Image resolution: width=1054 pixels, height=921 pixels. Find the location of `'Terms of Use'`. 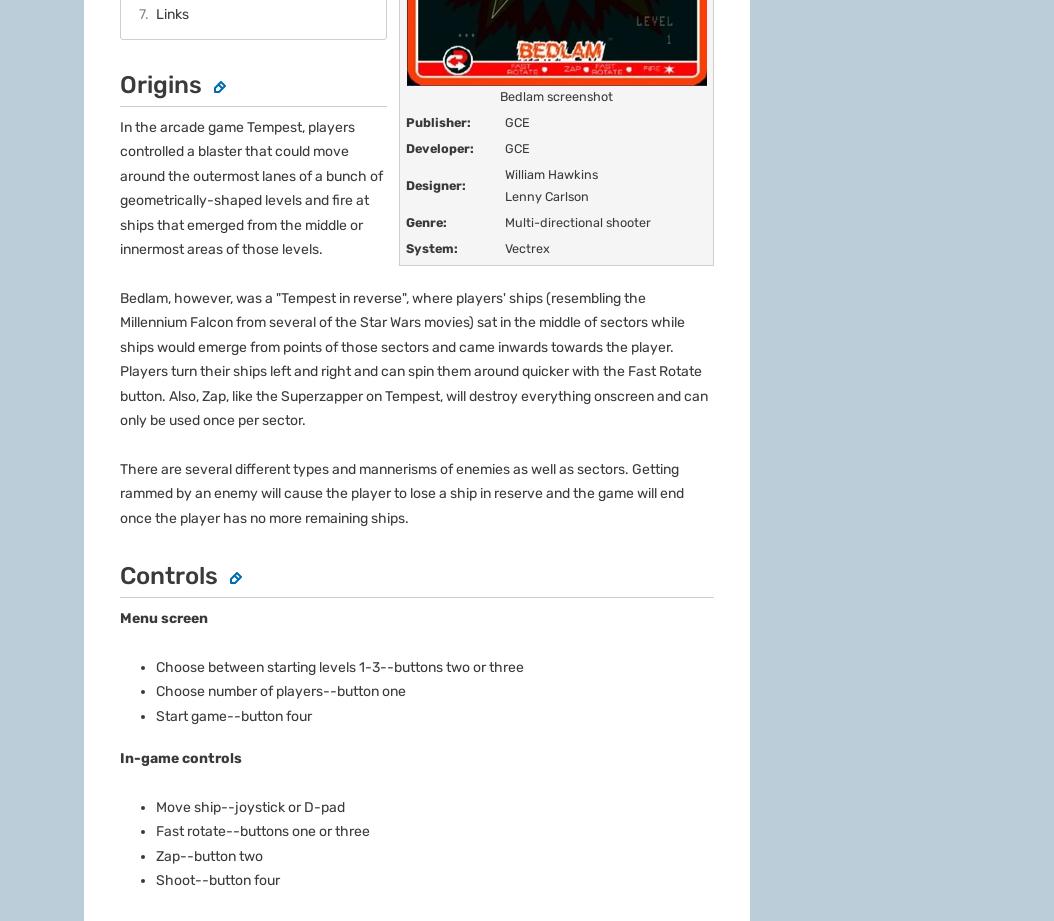

'Terms of Use' is located at coordinates (473, 371).